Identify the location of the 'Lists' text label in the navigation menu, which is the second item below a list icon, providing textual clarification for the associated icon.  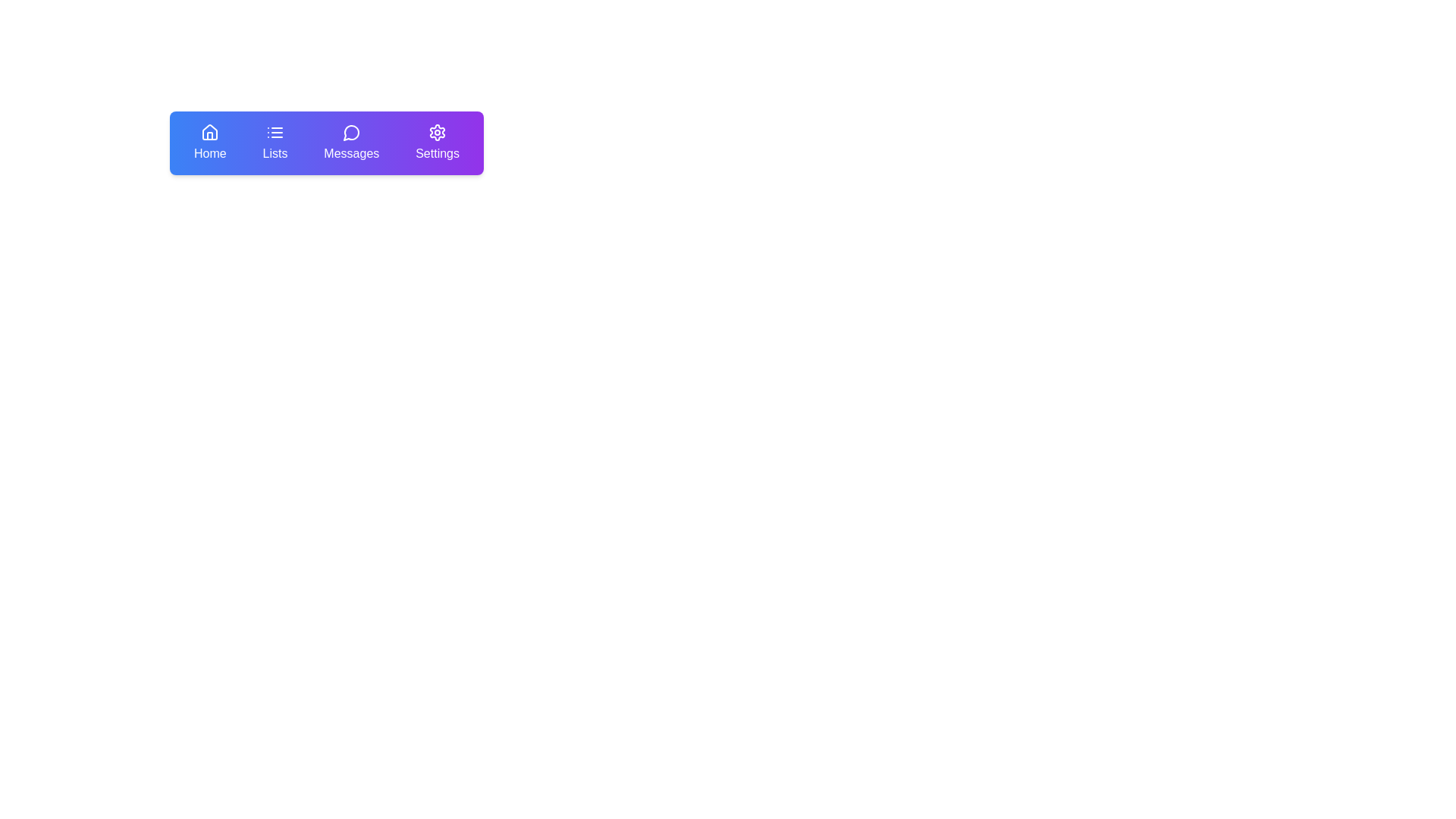
(275, 154).